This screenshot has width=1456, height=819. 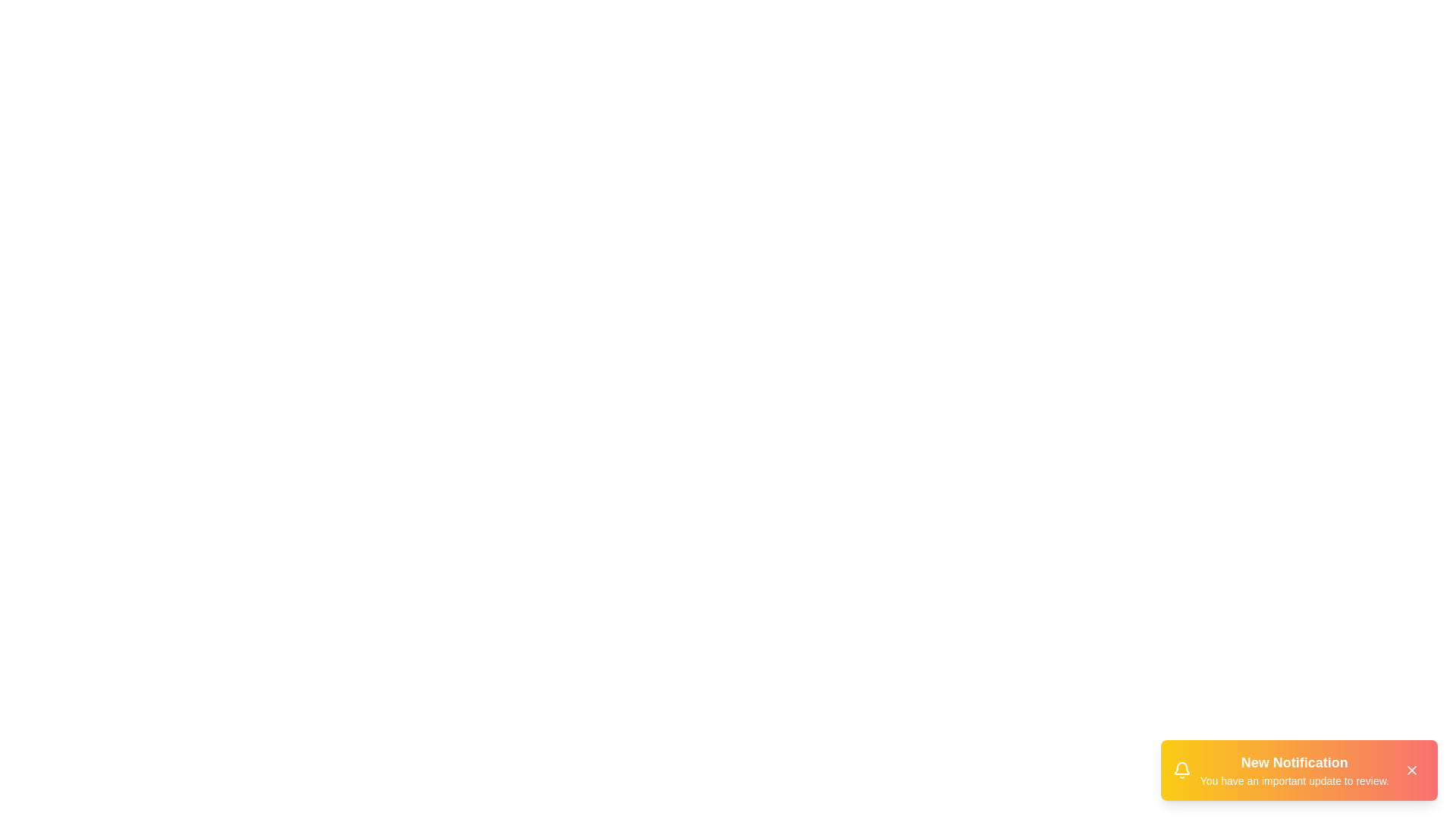 I want to click on the close button of the snackbar to dismiss it, so click(x=1411, y=770).